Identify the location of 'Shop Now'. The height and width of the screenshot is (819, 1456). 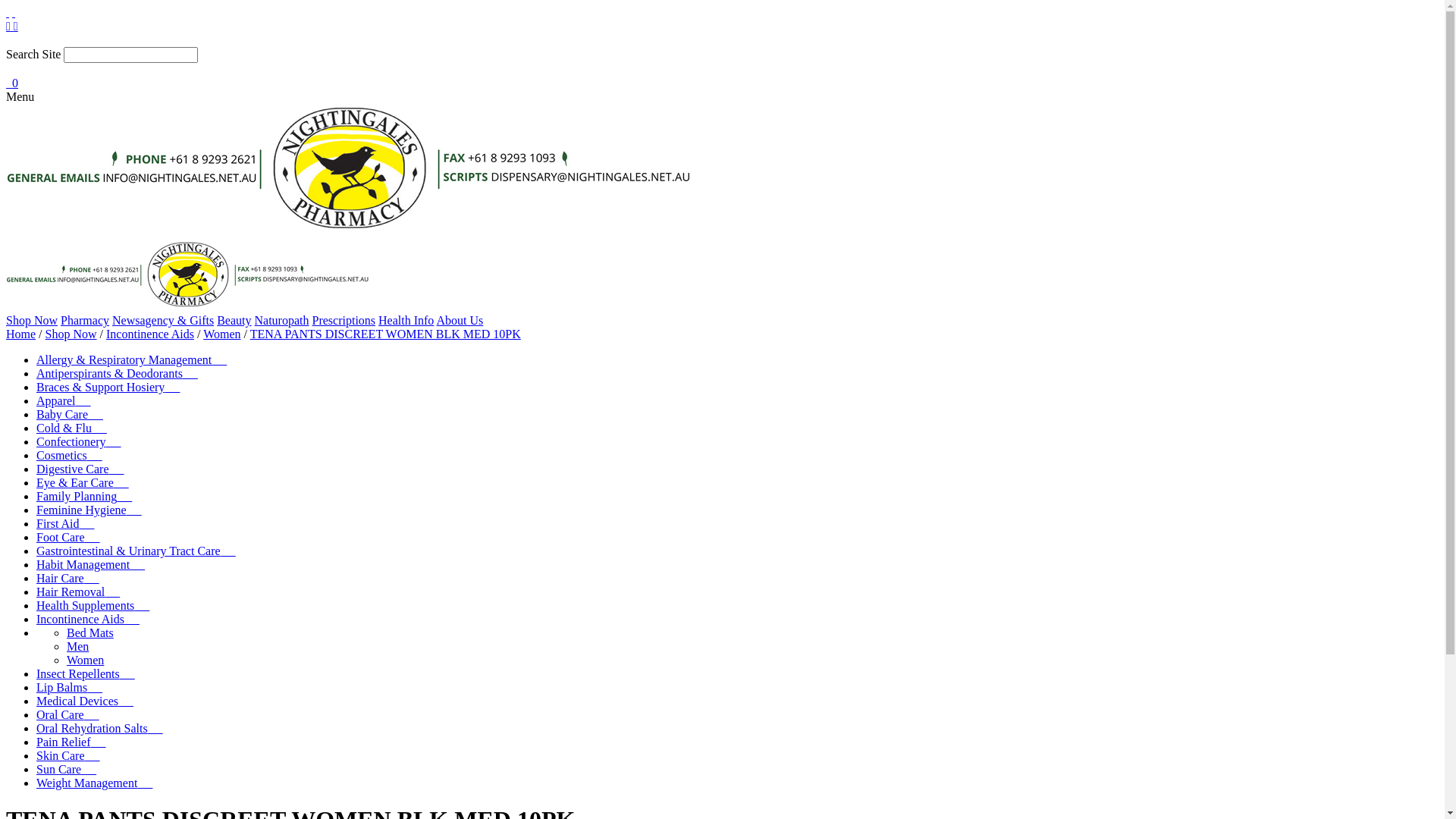
(71, 333).